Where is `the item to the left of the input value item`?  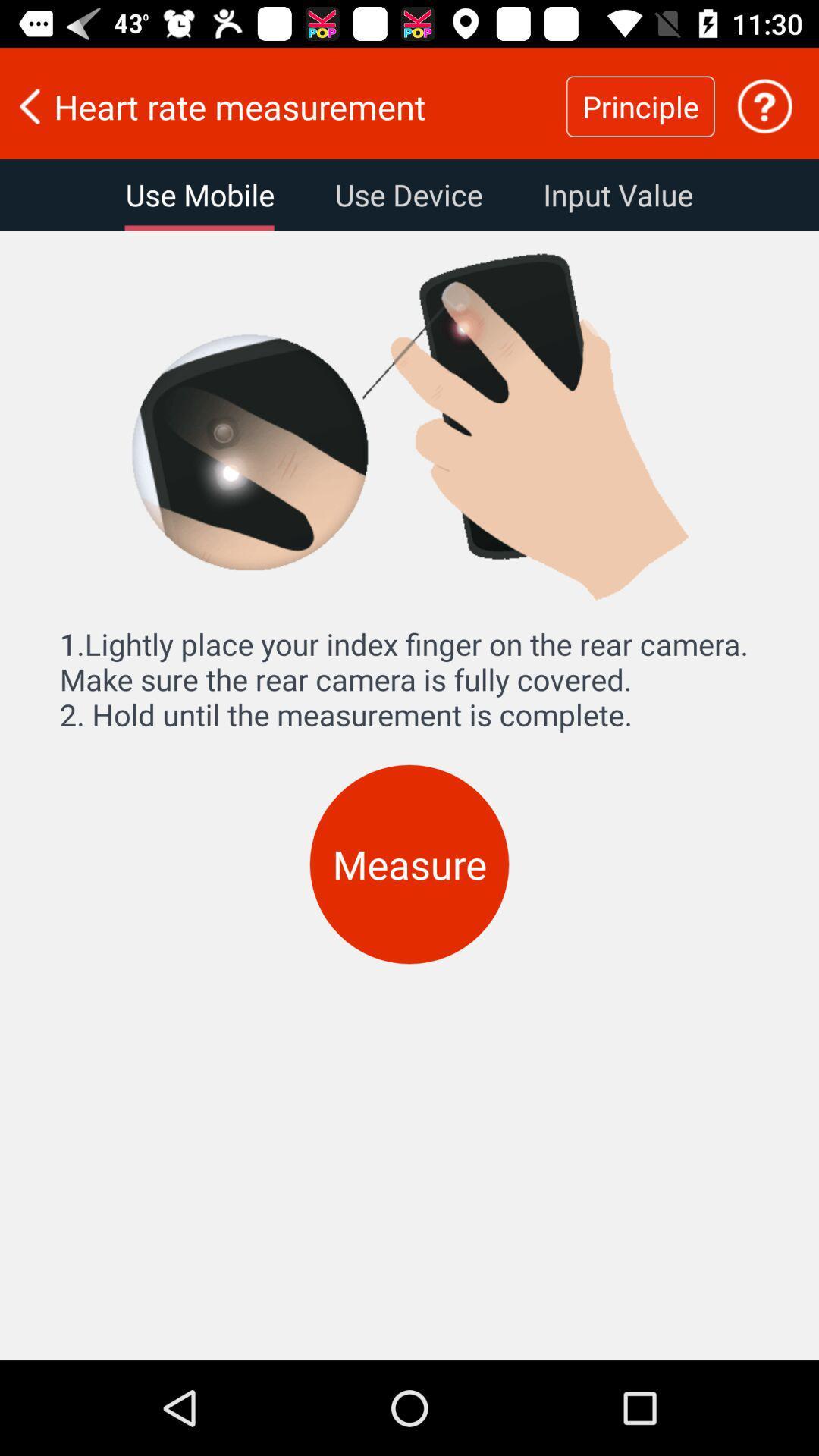
the item to the left of the input value item is located at coordinates (408, 194).